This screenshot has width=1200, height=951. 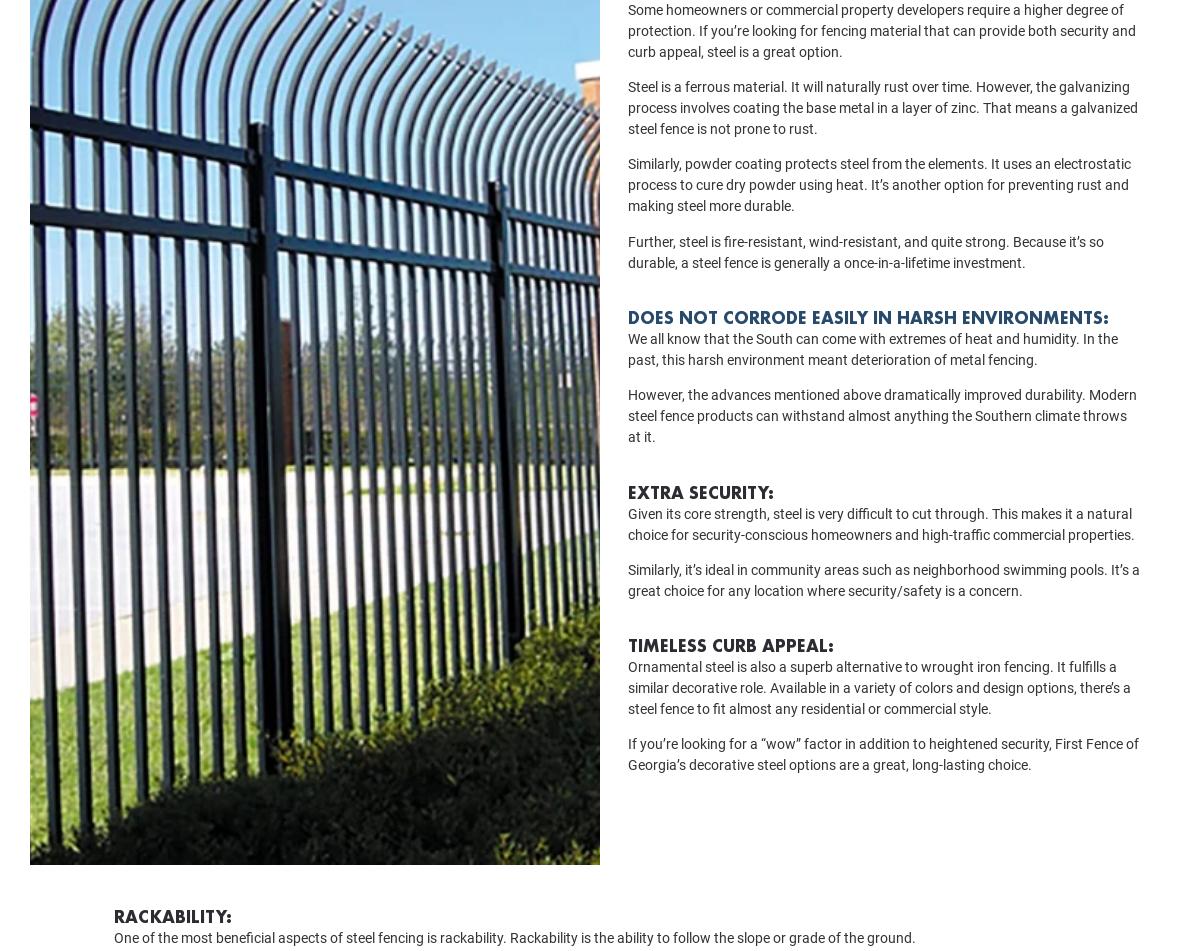 I want to click on 'Further, steel is fire-resistant, wind-resistant, and quite strong. Because it’s so durable, a steel fence is generally a once-in-a-lifetime investment.', so click(x=865, y=280).